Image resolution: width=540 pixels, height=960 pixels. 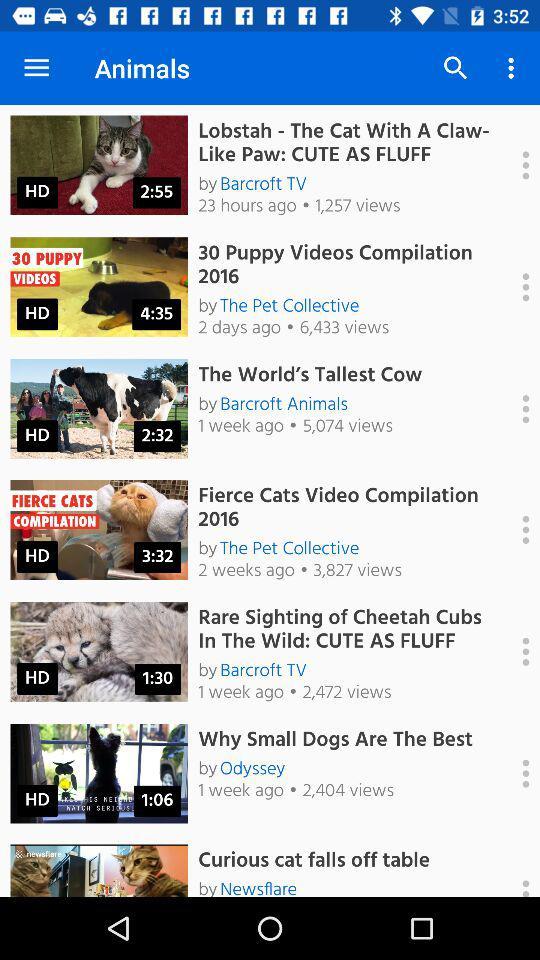 I want to click on options menu for video, so click(x=515, y=869).